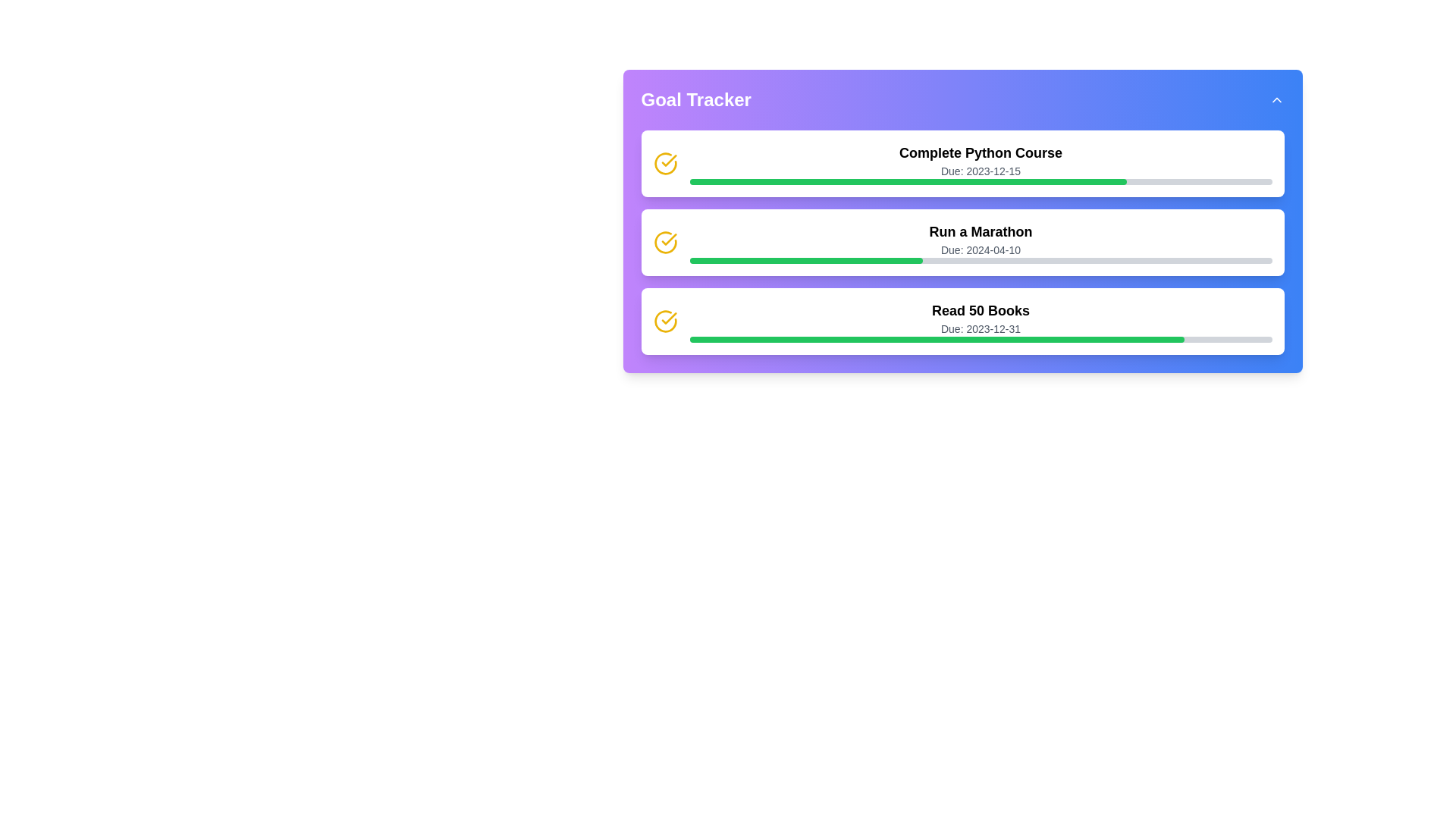 The image size is (1456, 819). What do you see at coordinates (908, 180) in the screenshot?
I see `the green progress indicator representing 75% completion in the goal tracker interface, located below the 'Complete Python Course' label` at bounding box center [908, 180].